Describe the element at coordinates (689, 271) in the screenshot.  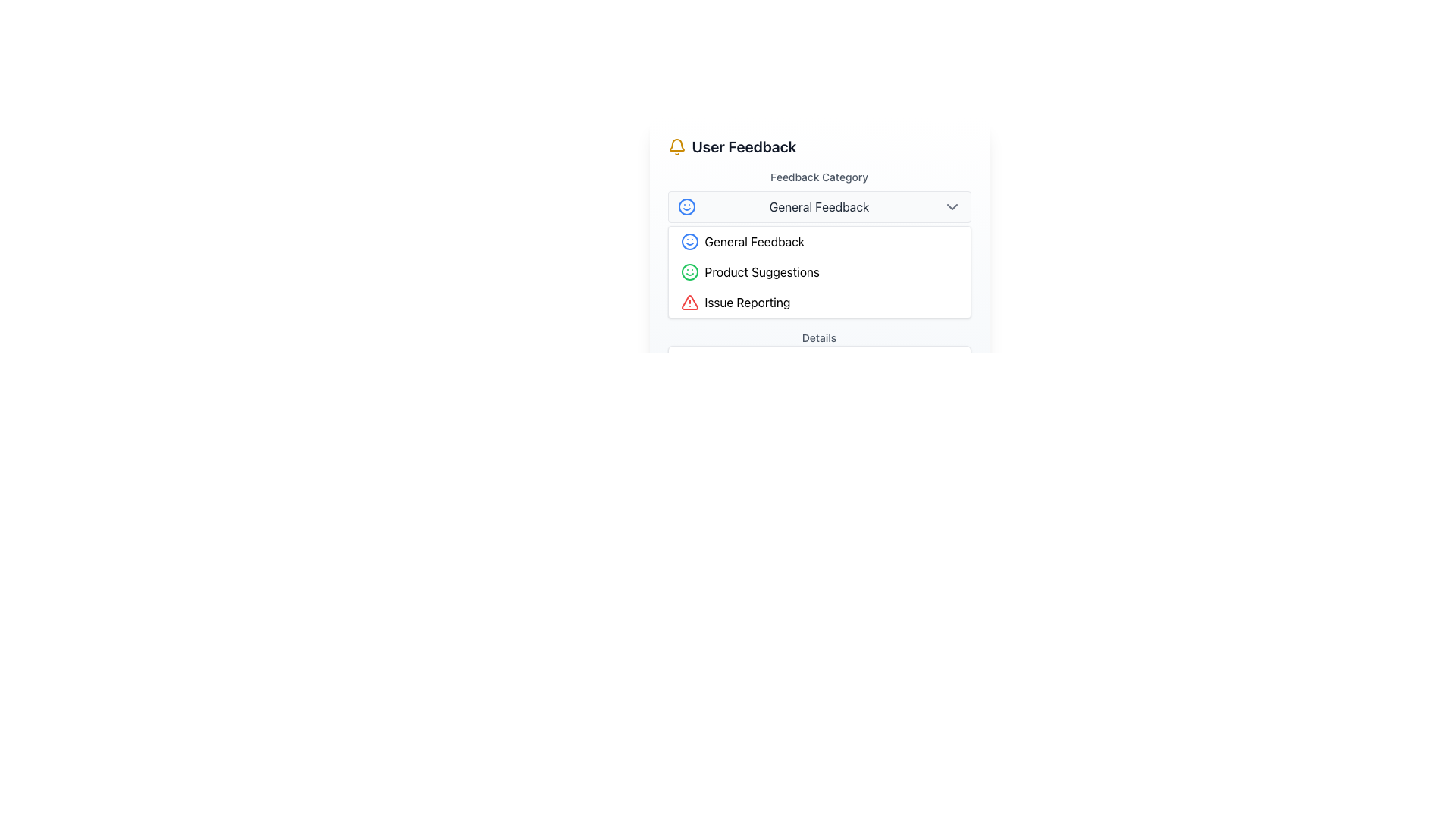
I see `the Decorative SVG circle at the center of the green smiley face icon located near the top-left of the dropdown menu for selecting feedback categories` at that location.